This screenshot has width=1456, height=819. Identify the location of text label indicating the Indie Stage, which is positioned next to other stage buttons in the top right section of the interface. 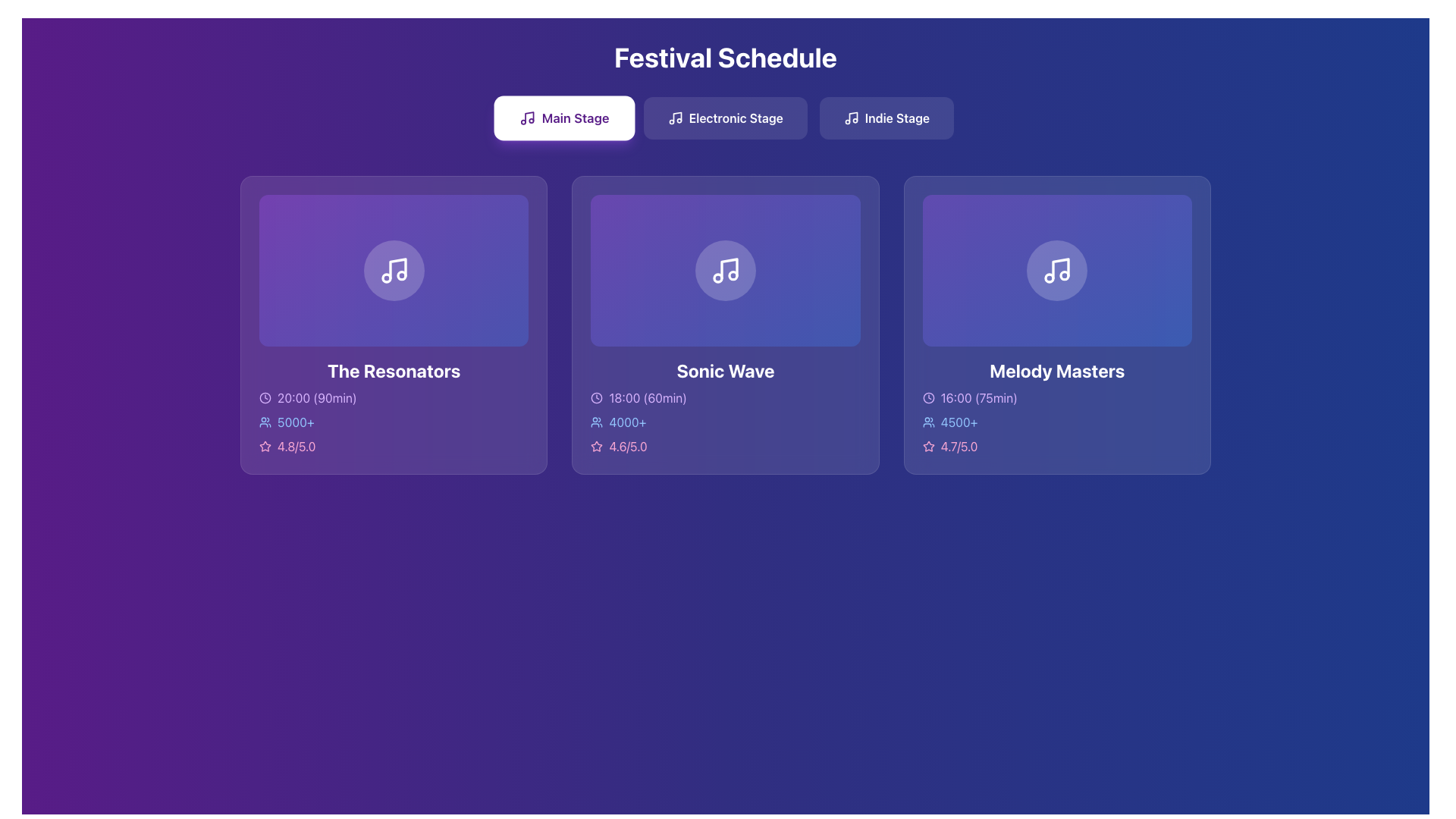
(897, 117).